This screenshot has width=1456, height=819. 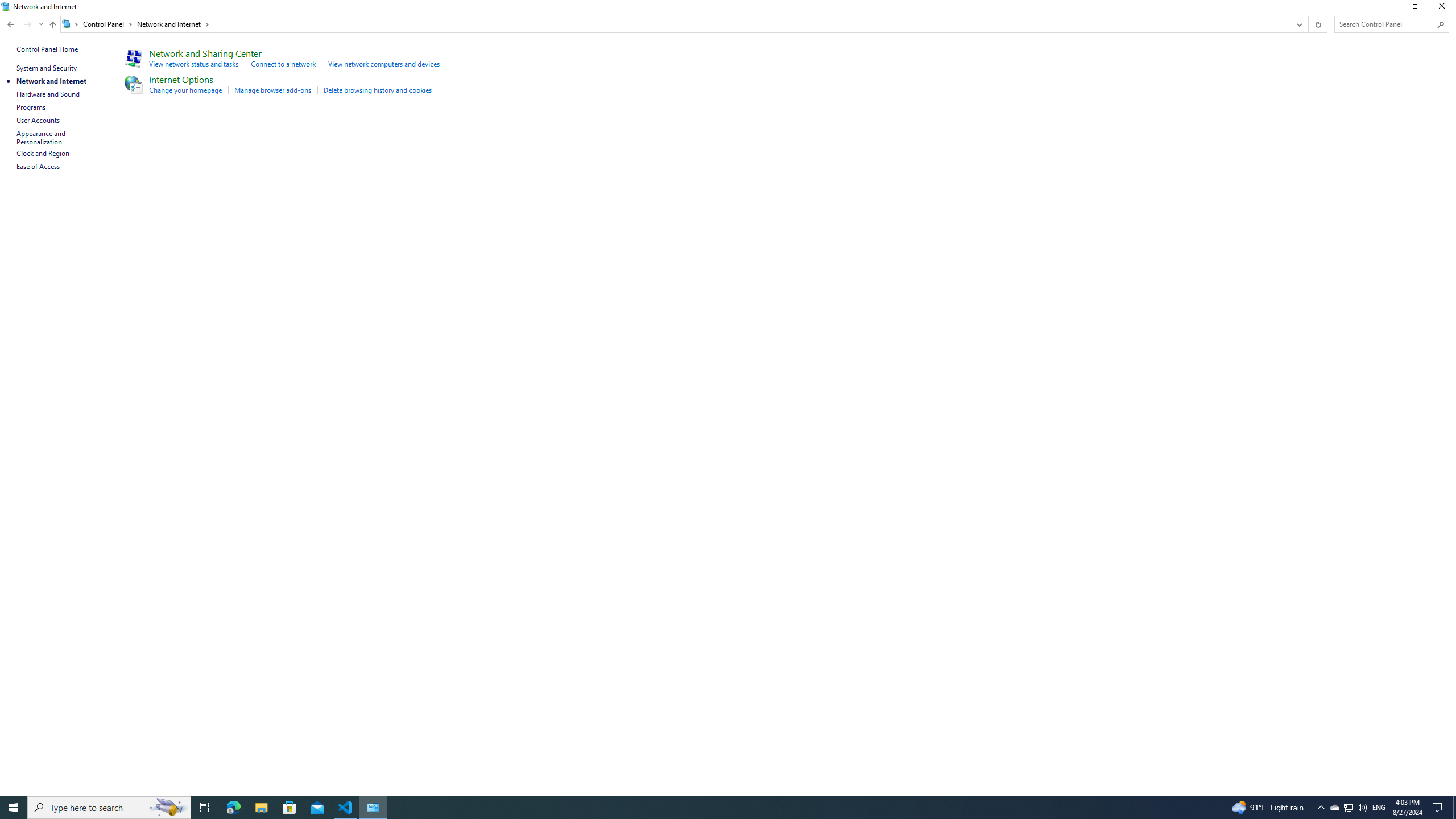 I want to click on 'User Accounts', so click(x=38, y=119).